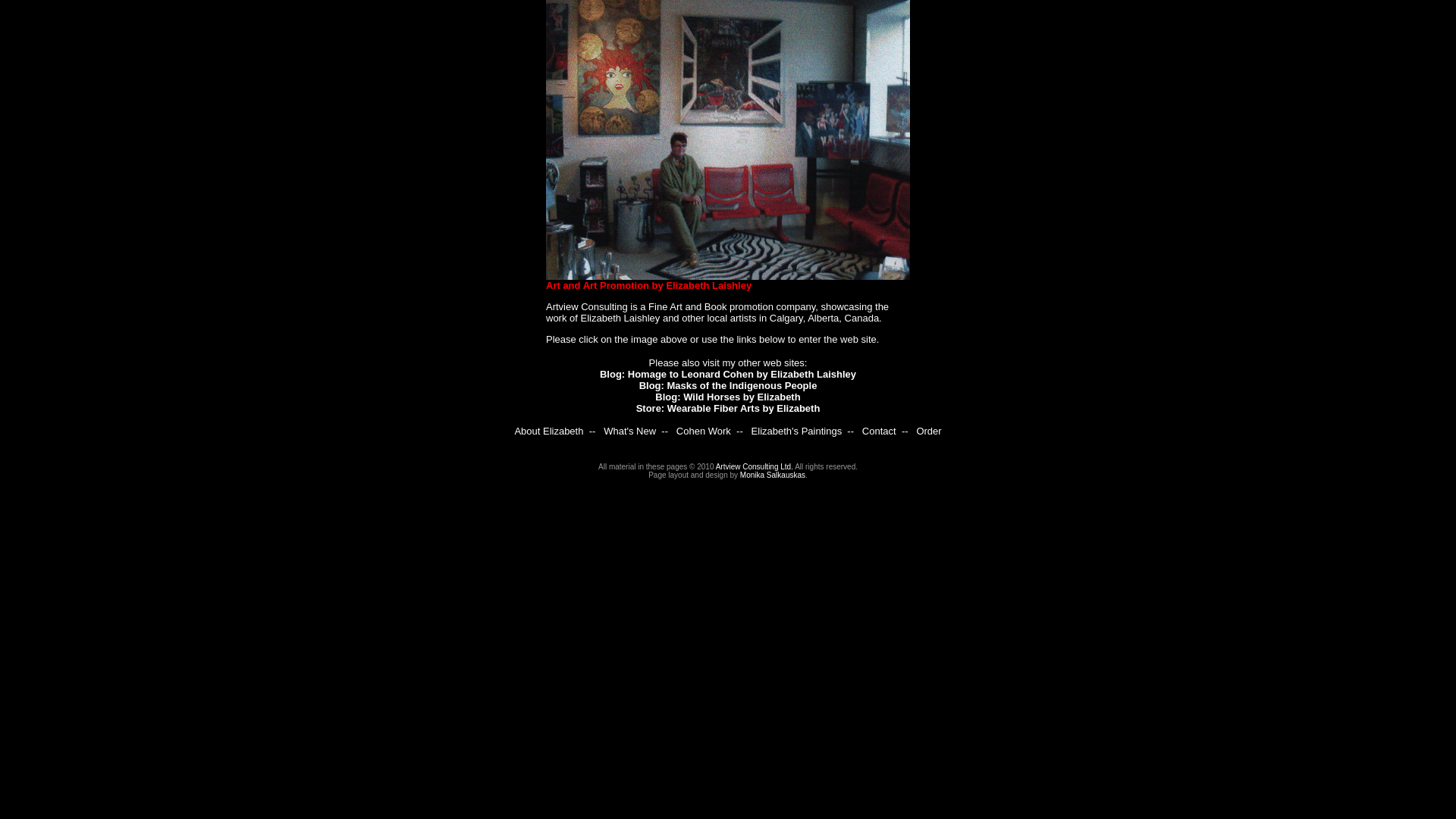 The width and height of the screenshot is (1456, 819). Describe the element at coordinates (728, 384) in the screenshot. I see `'Blog: Masks of the Indigenous People'` at that location.